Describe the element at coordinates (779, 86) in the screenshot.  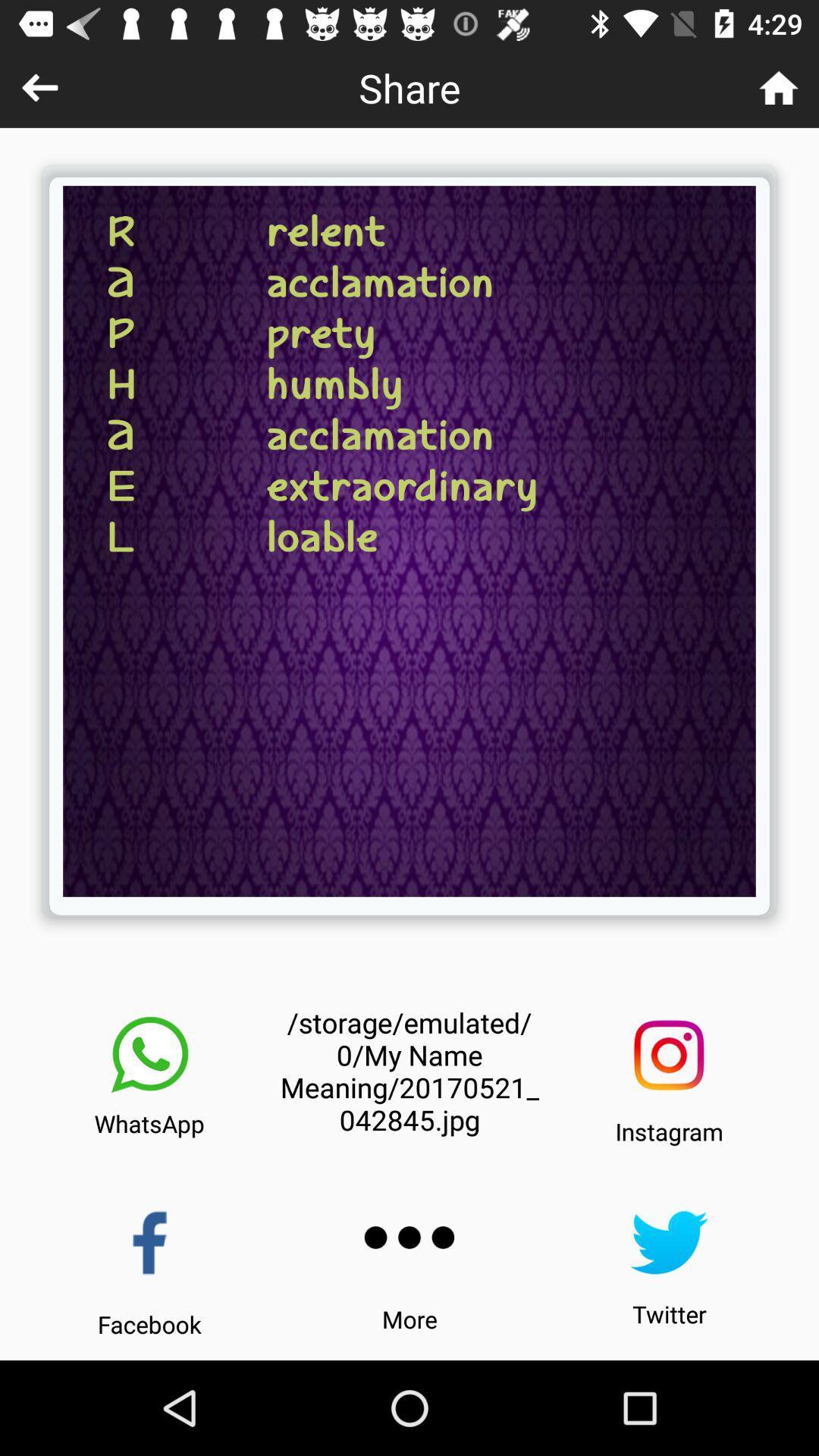
I see `the icon at the top right corner` at that location.